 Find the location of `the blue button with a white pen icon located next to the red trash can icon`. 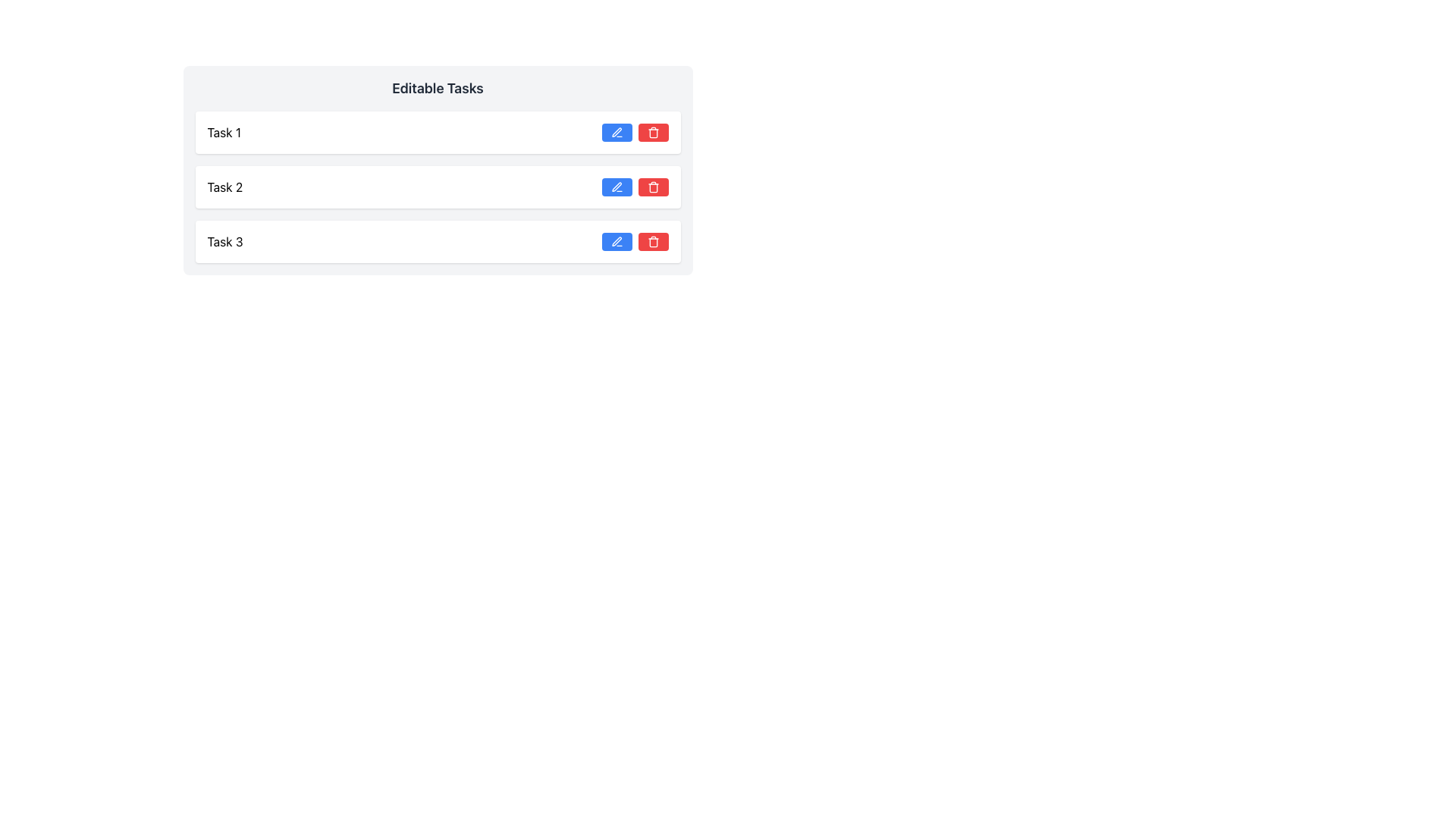

the blue button with a white pen icon located next to the red trash can icon is located at coordinates (617, 186).